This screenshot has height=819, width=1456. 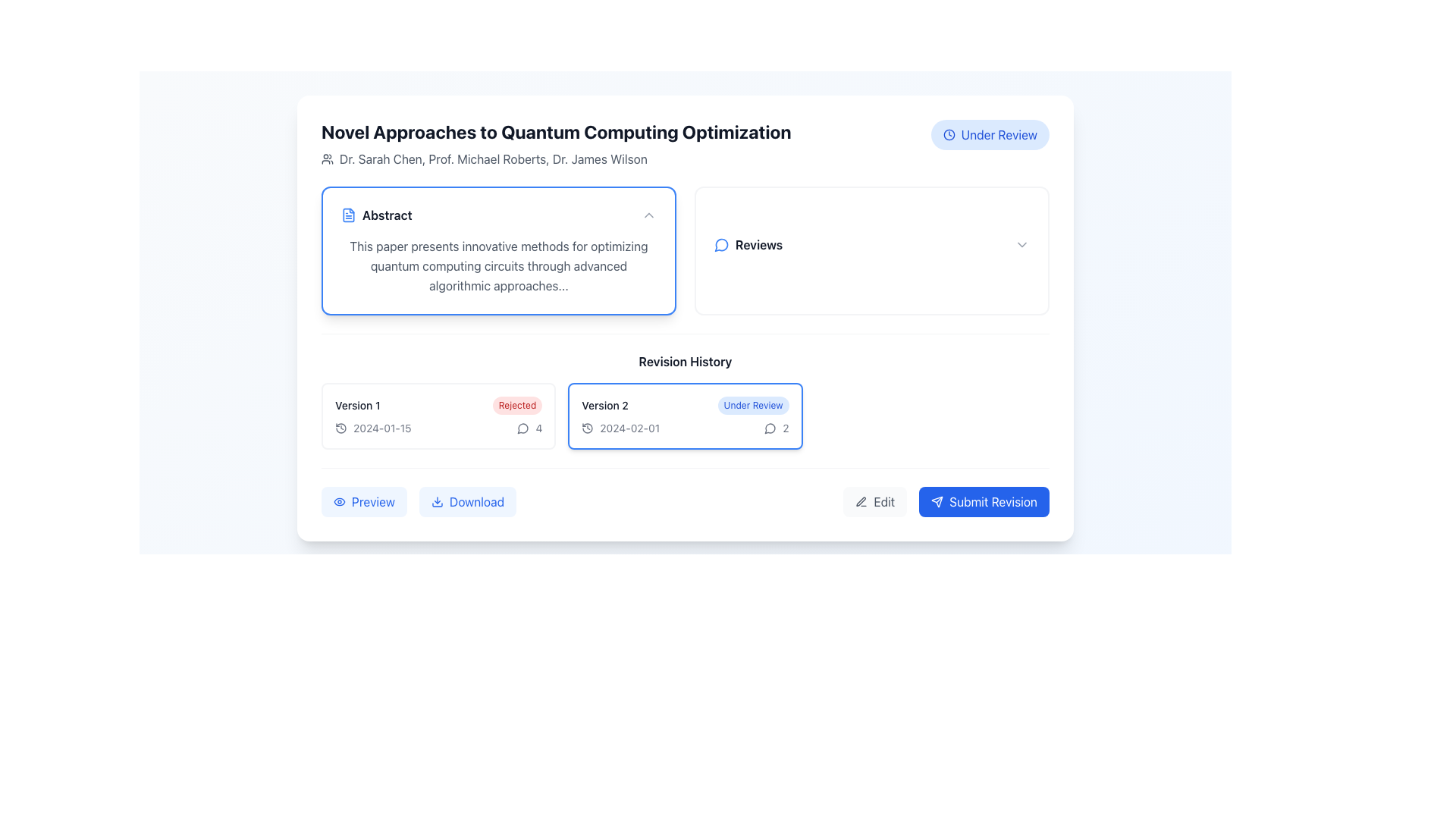 What do you see at coordinates (373, 502) in the screenshot?
I see `the 'Preview' button which contains the text label 'Preview' in blue, located at the bottom-left part of the interface next to the 'Download' button and to the right of the eye icon` at bounding box center [373, 502].